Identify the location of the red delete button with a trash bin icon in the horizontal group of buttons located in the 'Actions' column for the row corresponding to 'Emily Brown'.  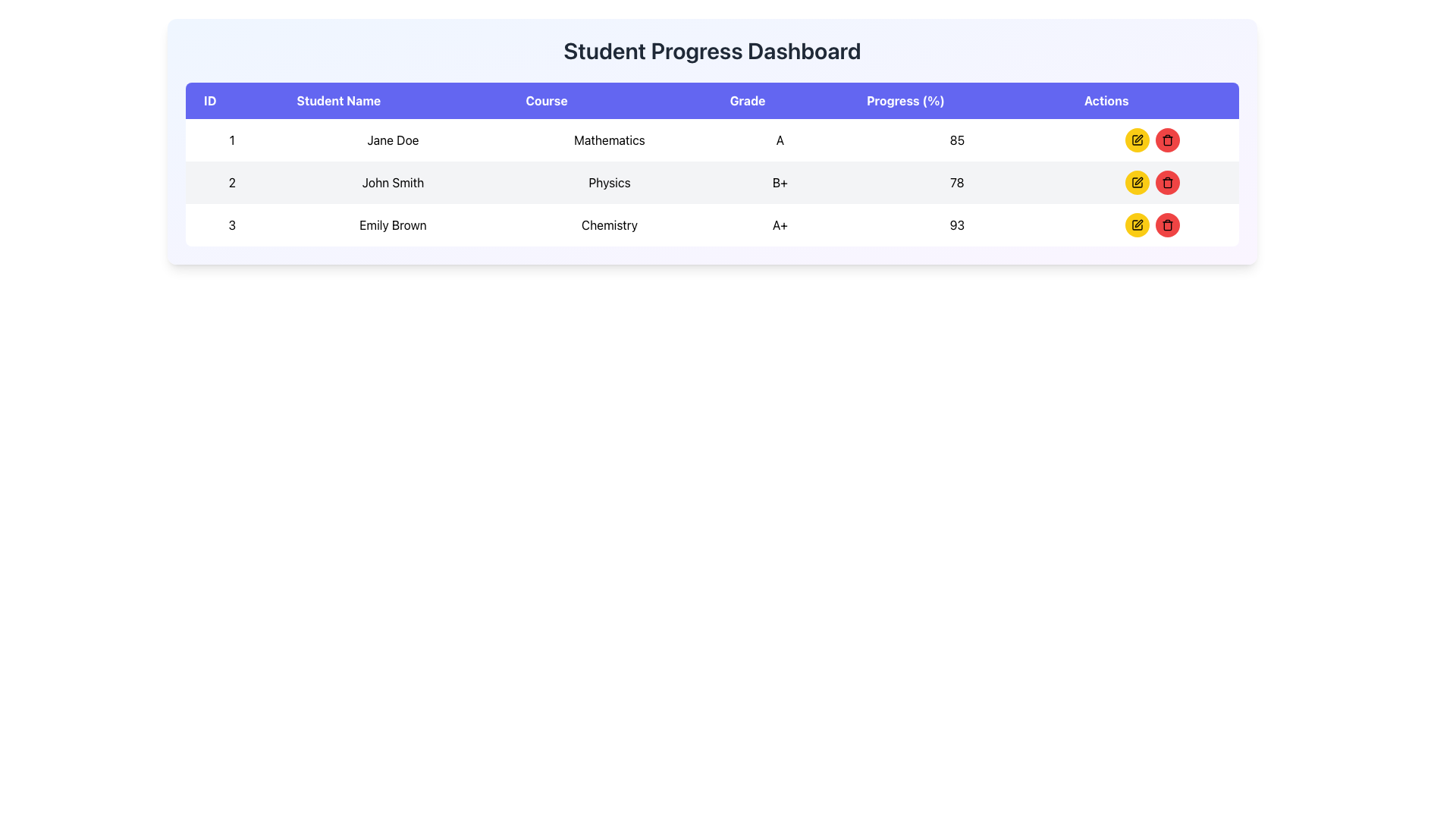
(1152, 225).